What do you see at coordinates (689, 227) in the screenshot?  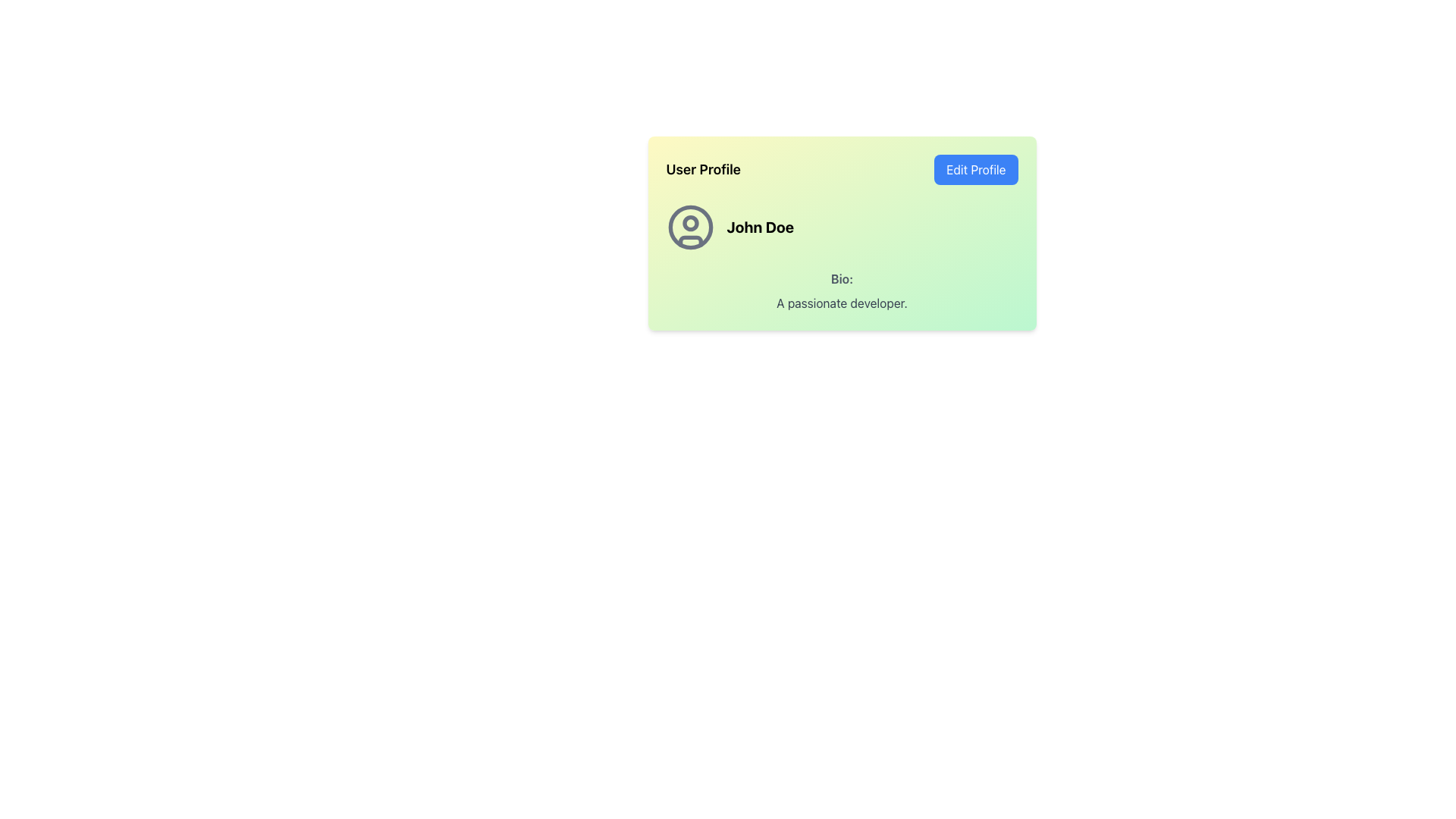 I see `the circular SVG shape within the user profile icon, located to the left of the name 'John Doe' on the user profile card` at bounding box center [689, 227].